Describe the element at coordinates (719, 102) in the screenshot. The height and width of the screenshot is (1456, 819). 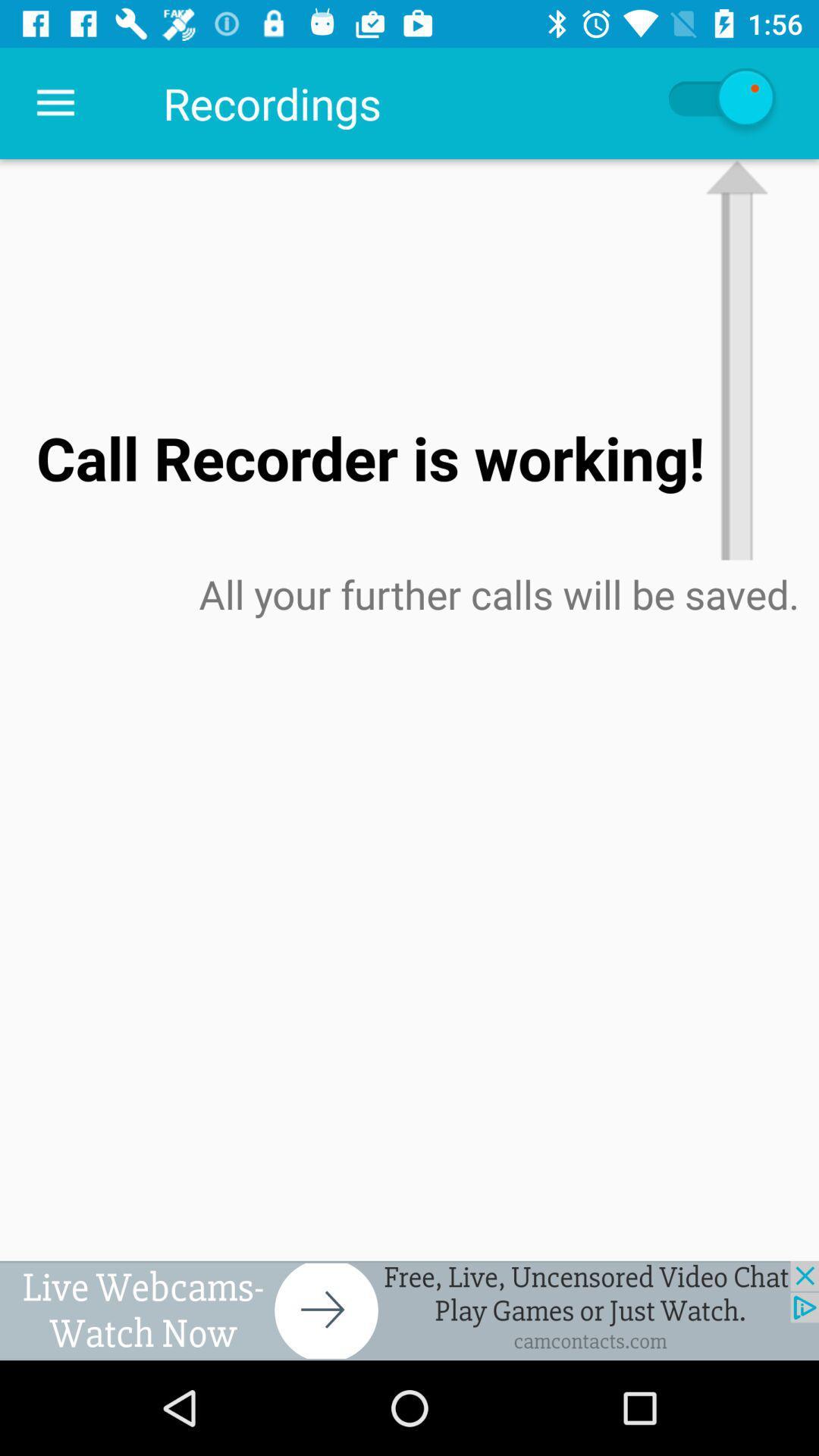
I see `on and off` at that location.